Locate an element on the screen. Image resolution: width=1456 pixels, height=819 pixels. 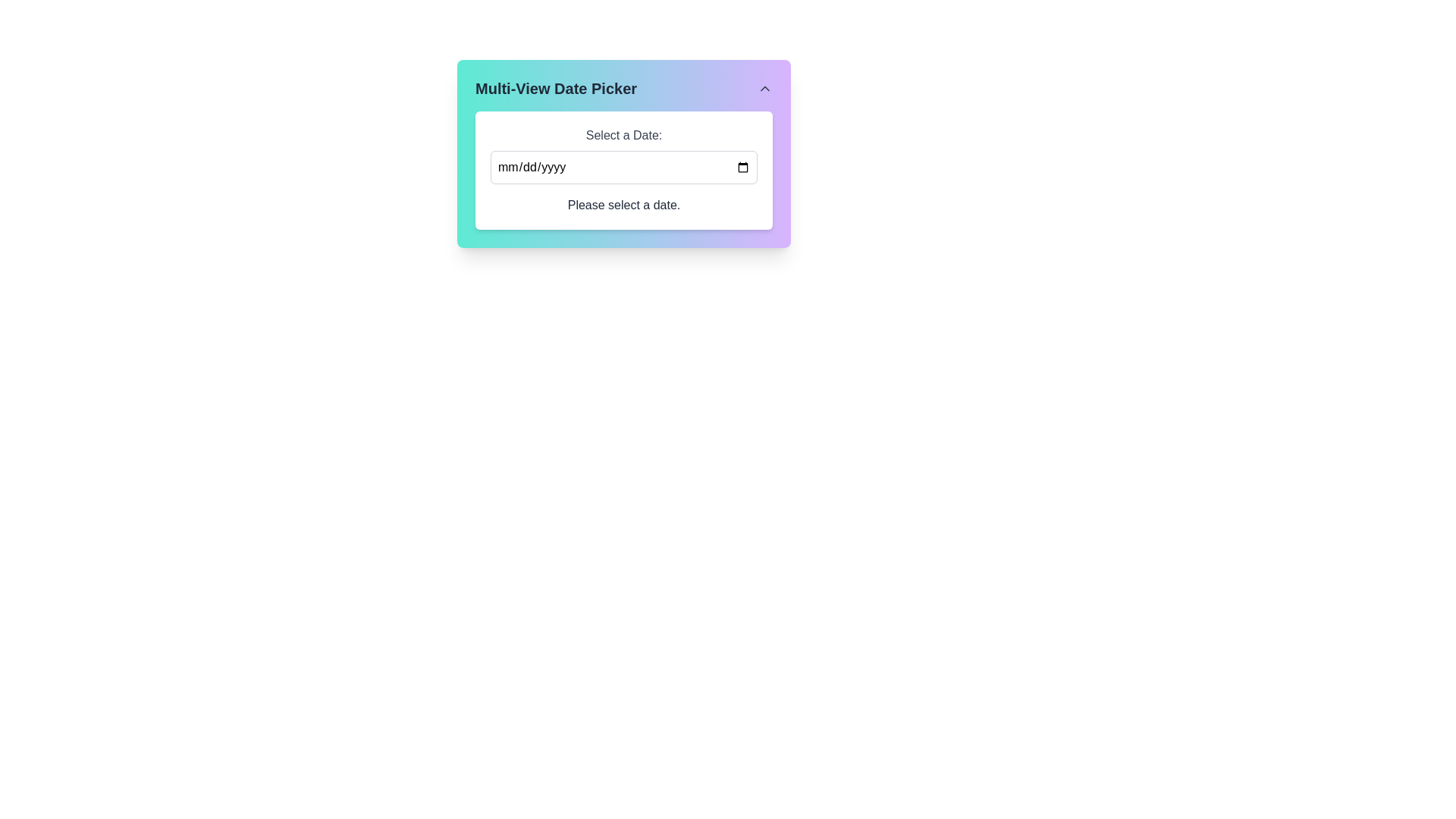
the text label 'Multi-View Date Picker' which is styled with a larger font size and bold emphasis, located at the top left of the card is located at coordinates (555, 88).